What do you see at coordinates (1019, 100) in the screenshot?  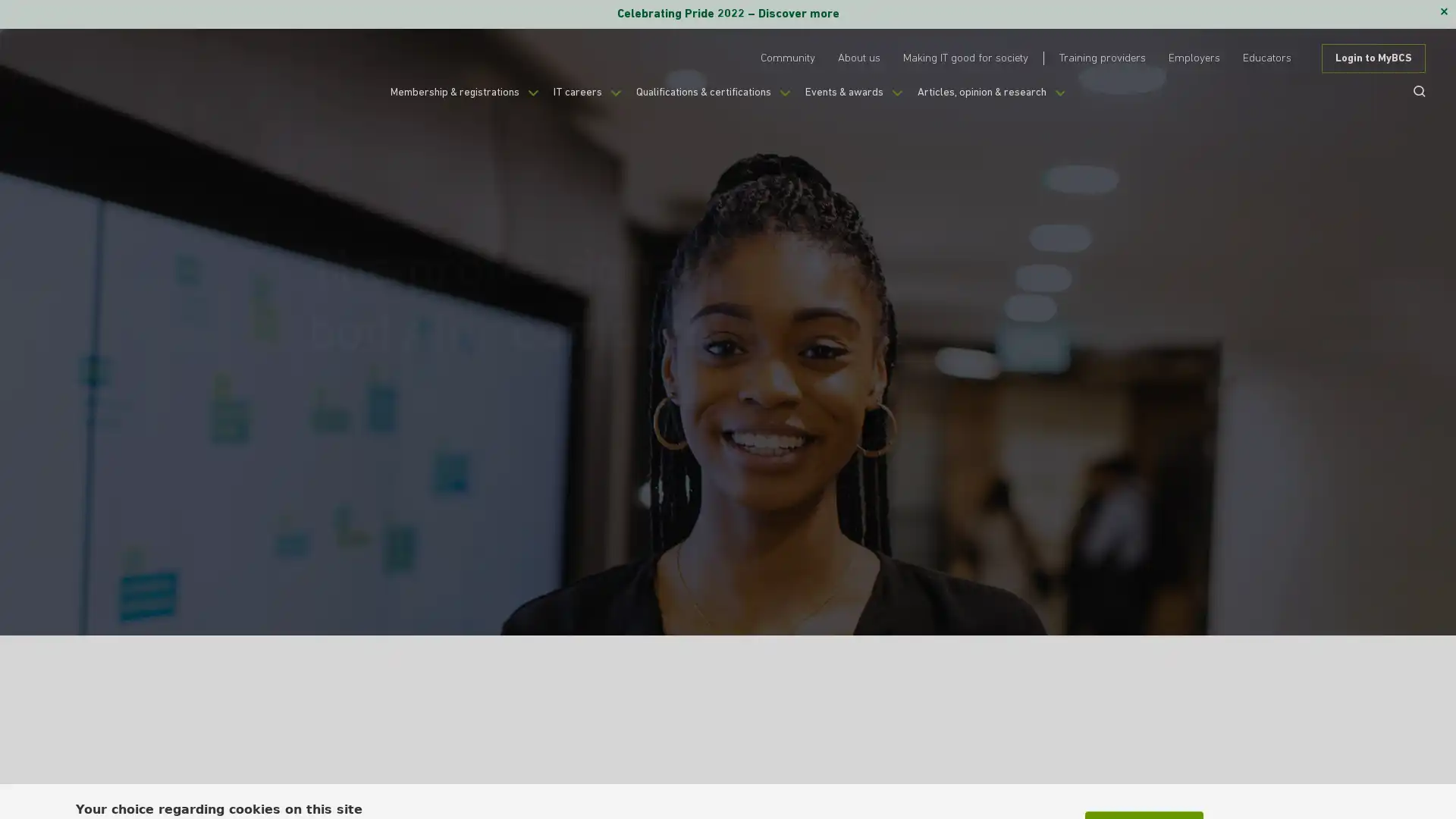 I see `Articles, opinion & research` at bounding box center [1019, 100].